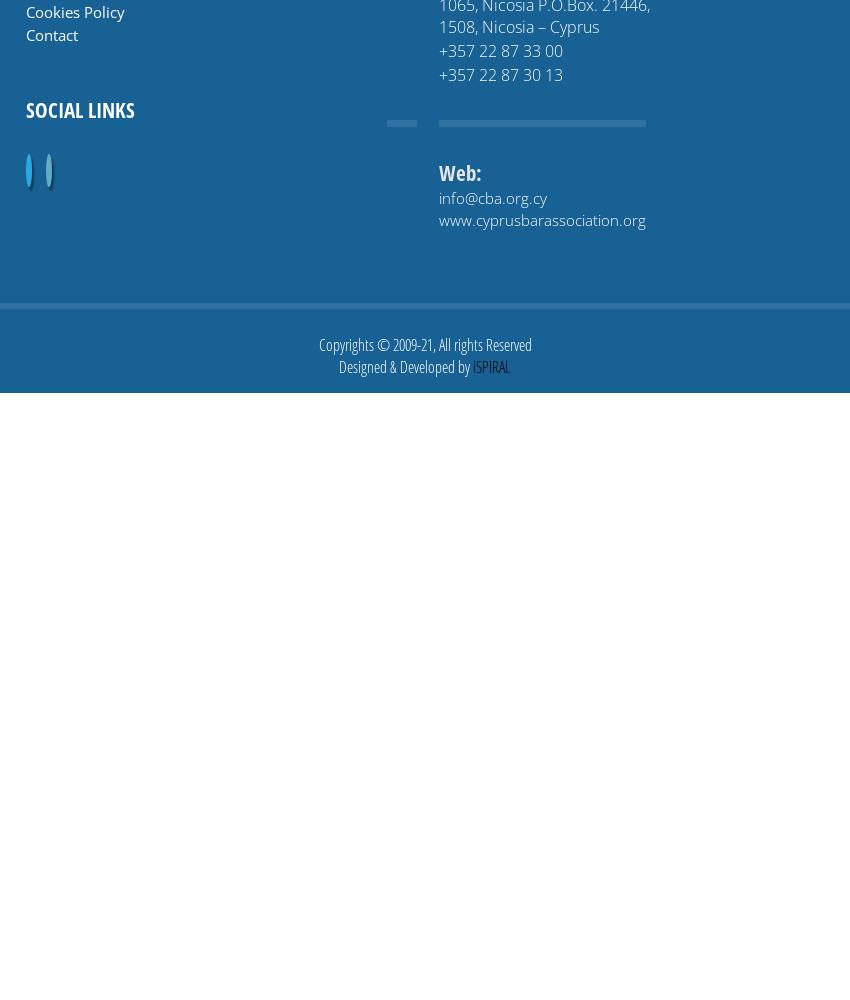 The image size is (850, 1000). I want to click on '+357 22 87 33 00', so click(500, 51).